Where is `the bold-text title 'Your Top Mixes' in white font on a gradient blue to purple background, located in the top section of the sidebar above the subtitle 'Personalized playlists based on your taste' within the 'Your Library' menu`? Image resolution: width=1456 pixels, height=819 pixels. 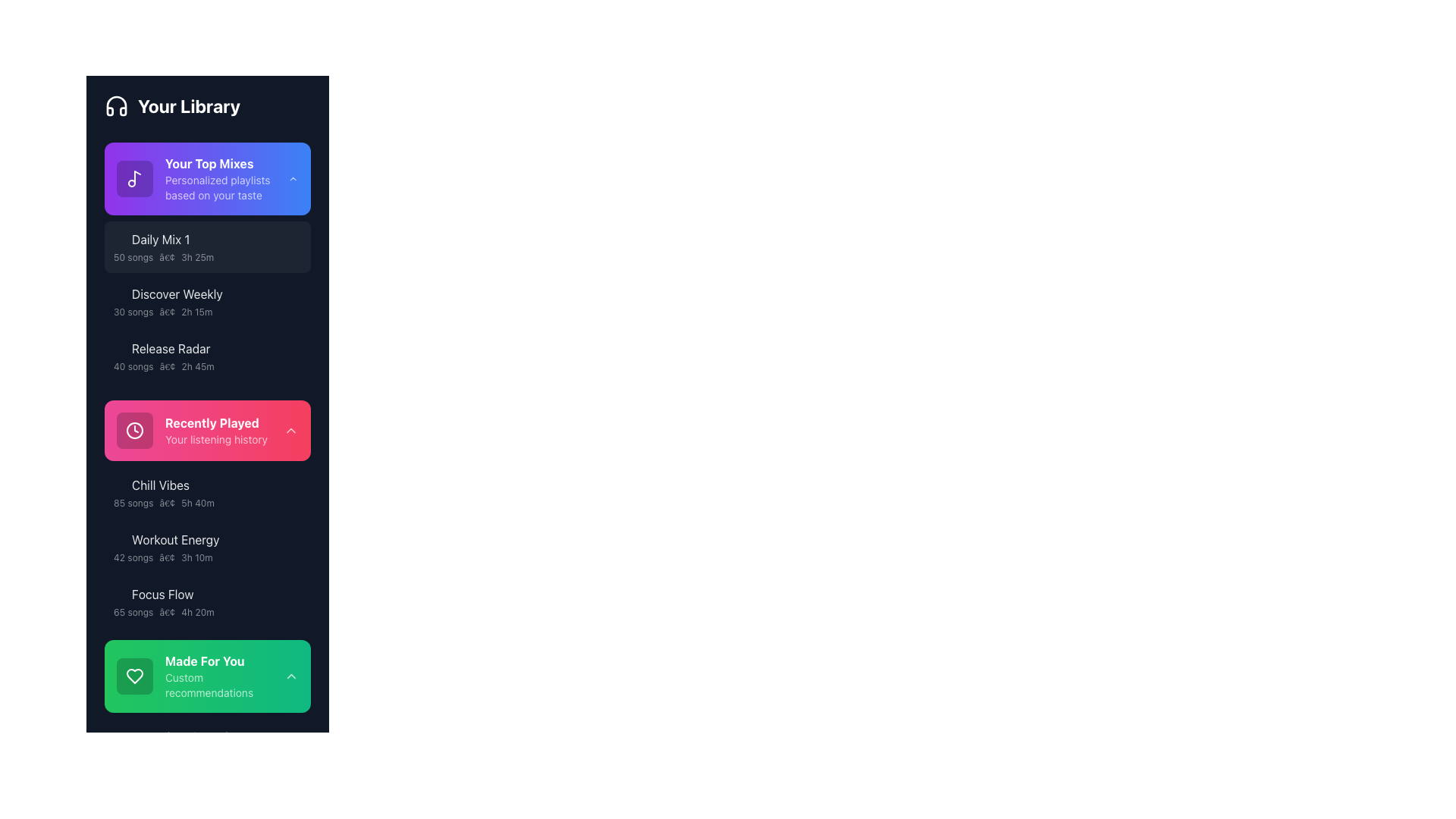
the bold-text title 'Your Top Mixes' in white font on a gradient blue to purple background, located in the top section of the sidebar above the subtitle 'Personalized playlists based on your taste' within the 'Your Library' menu is located at coordinates (226, 164).